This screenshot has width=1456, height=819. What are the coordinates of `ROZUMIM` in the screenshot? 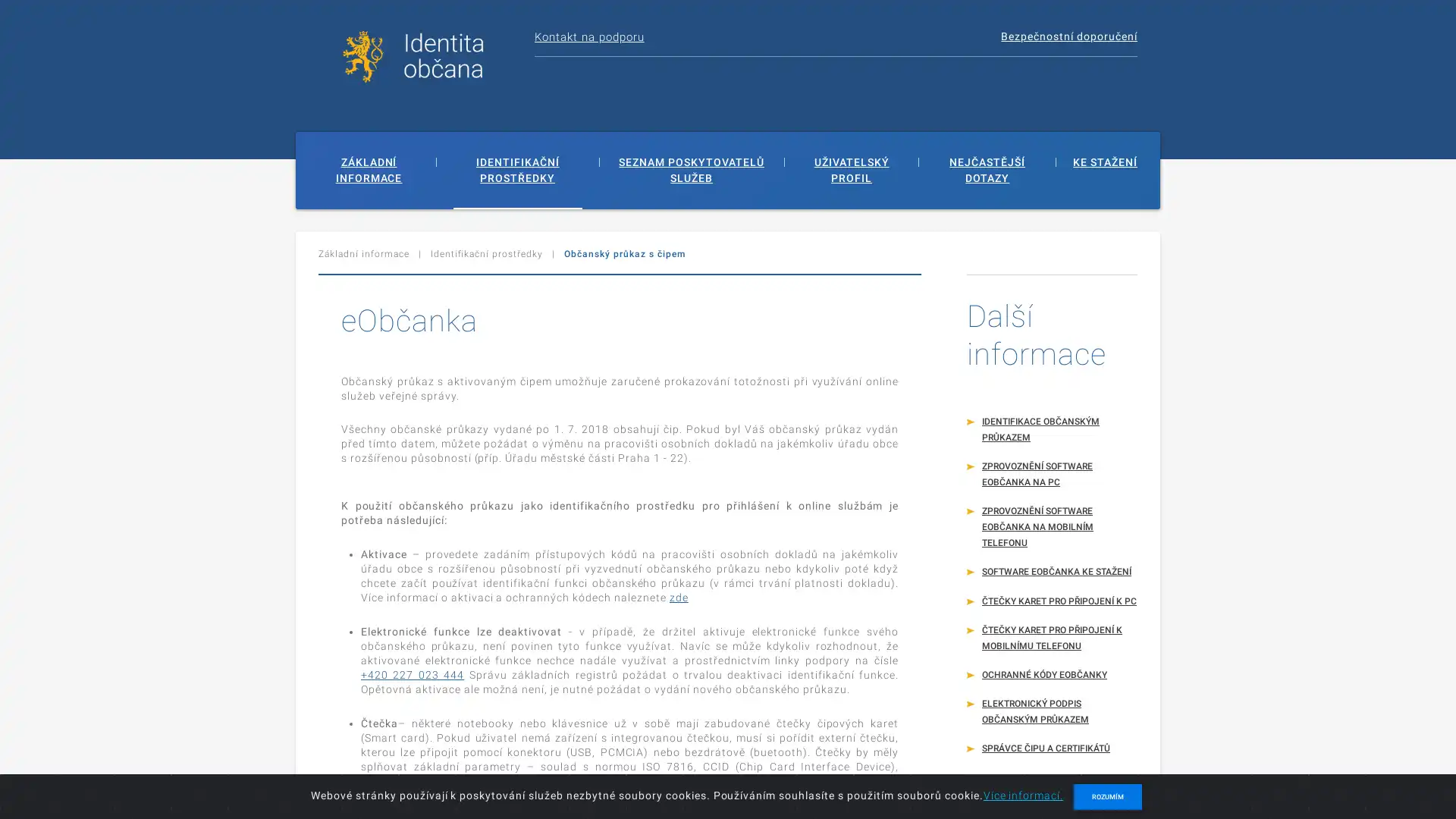 It's located at (1107, 795).